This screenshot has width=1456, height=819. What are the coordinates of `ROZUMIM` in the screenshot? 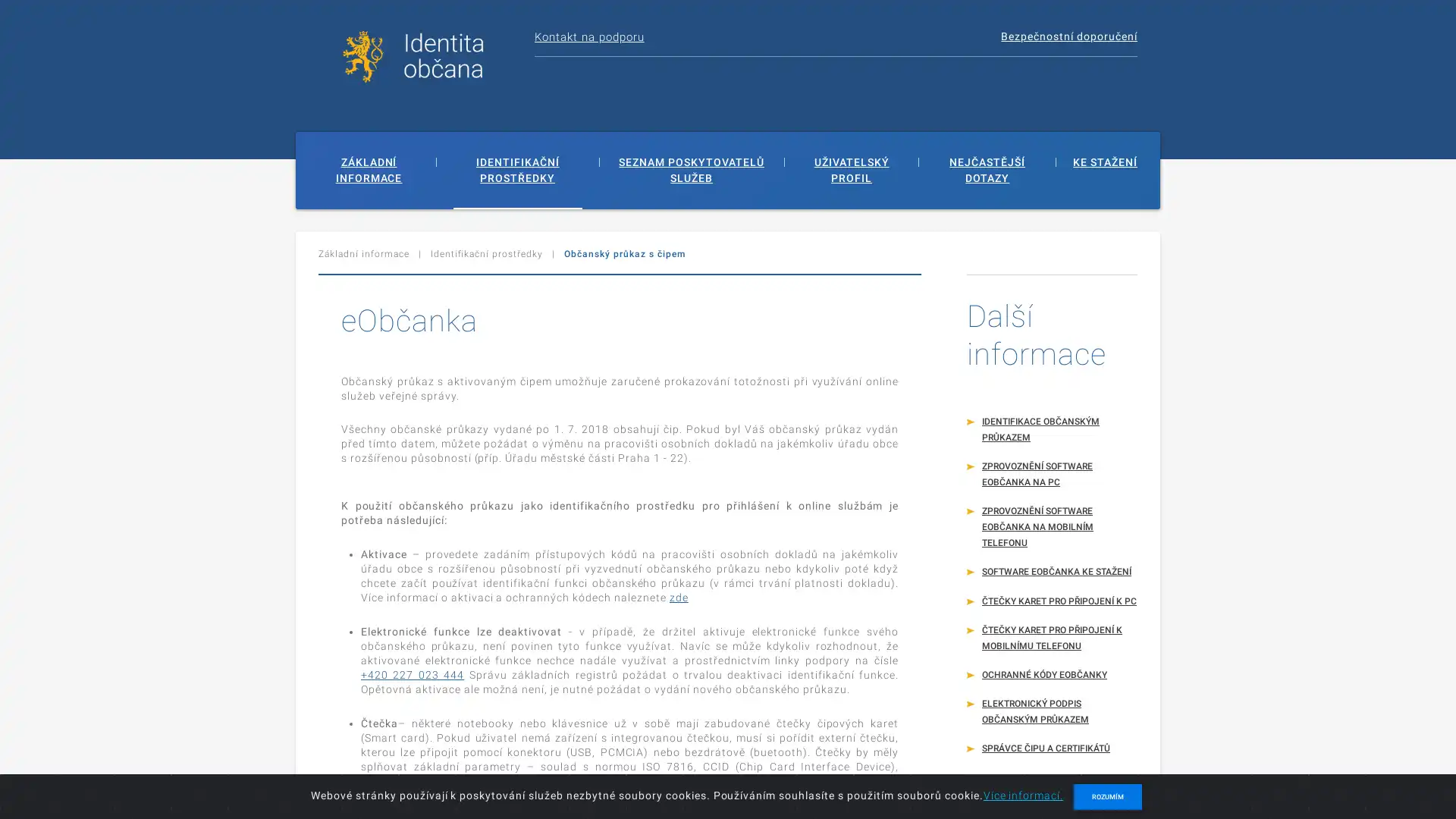 It's located at (1107, 795).